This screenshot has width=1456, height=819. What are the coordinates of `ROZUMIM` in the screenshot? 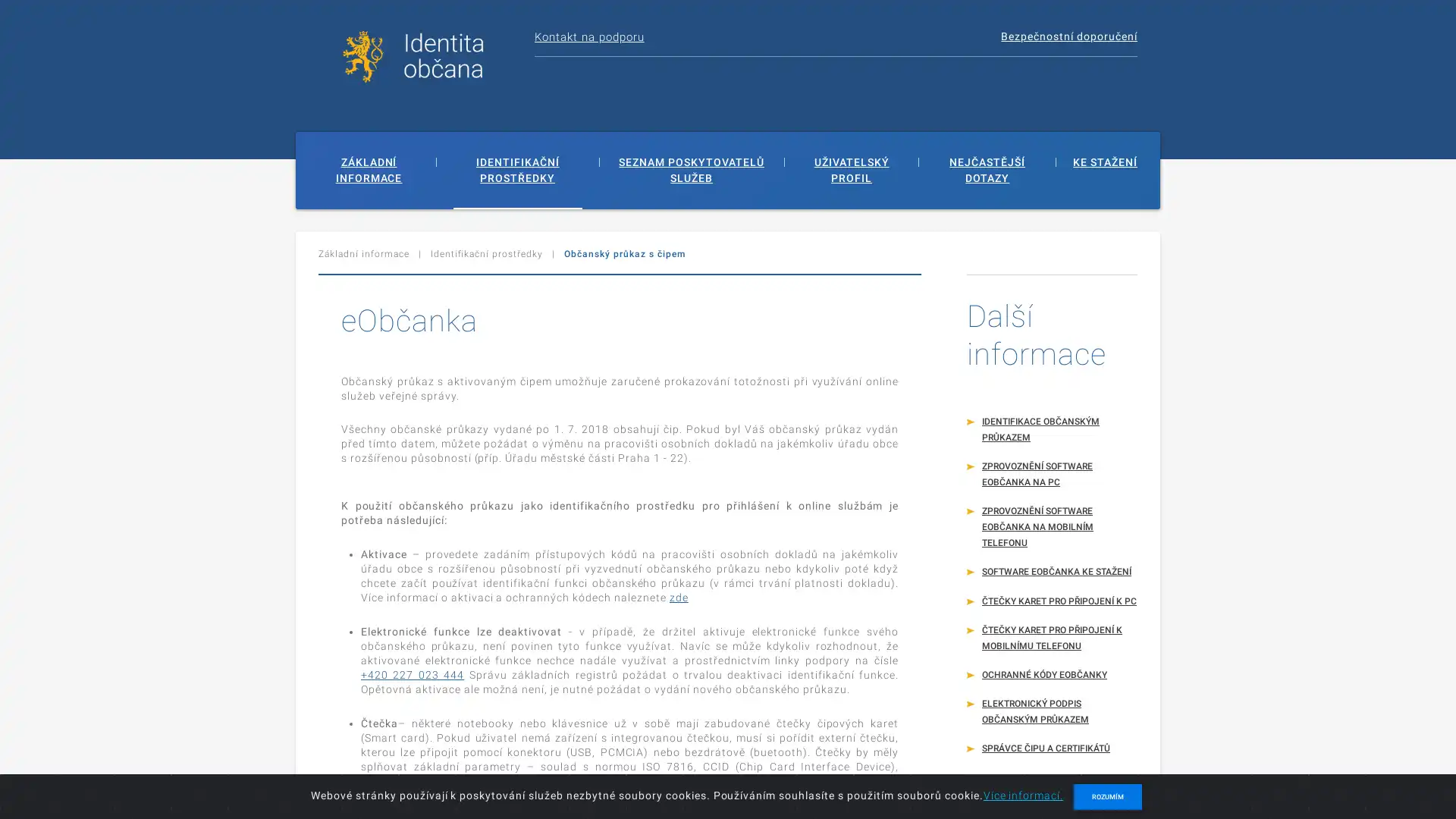 It's located at (1107, 795).